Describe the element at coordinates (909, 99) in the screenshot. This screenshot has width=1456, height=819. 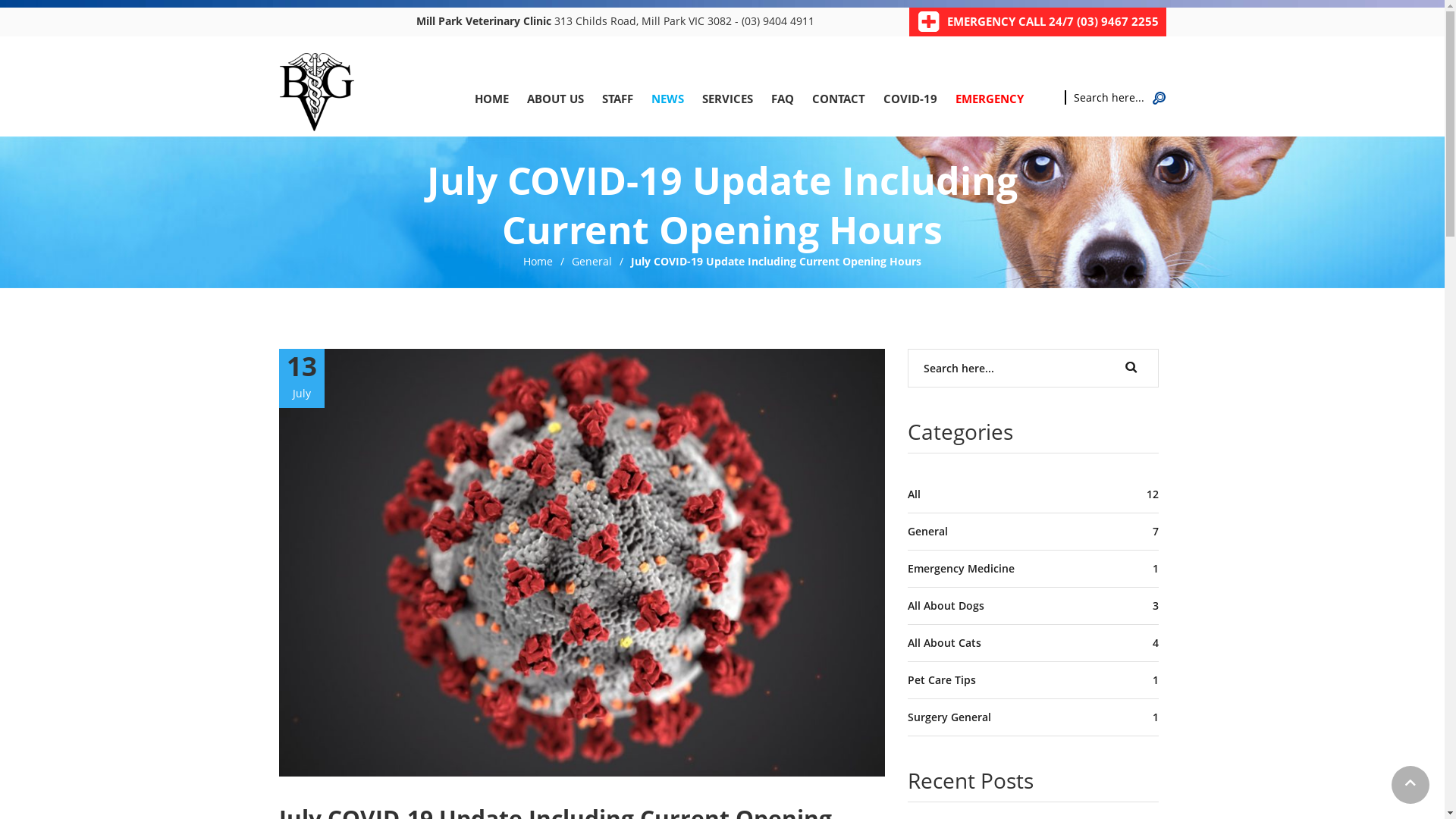
I see `'COVID-19'` at that location.